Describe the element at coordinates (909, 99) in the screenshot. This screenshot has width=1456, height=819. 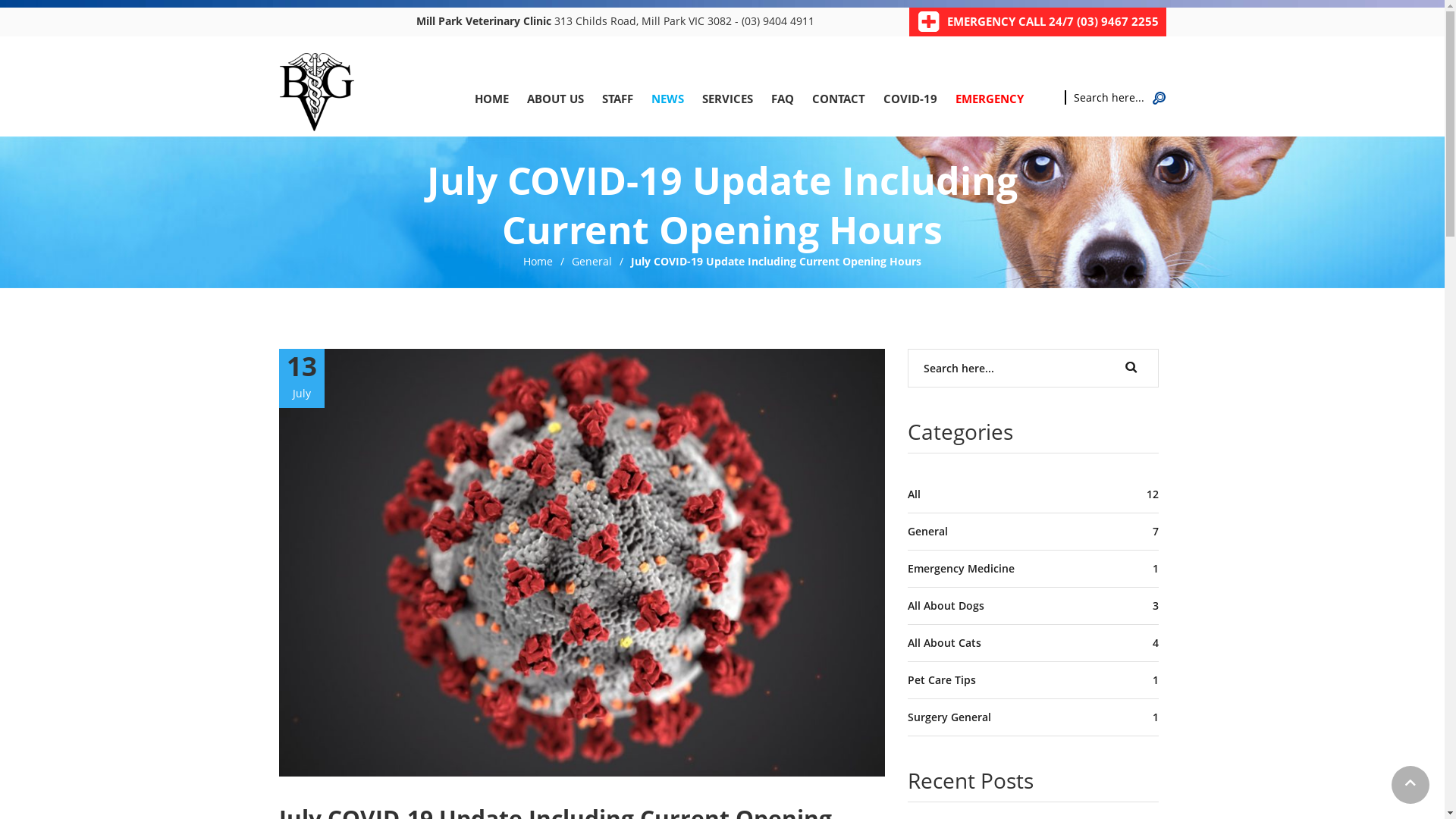
I see `'COVID-19'` at that location.